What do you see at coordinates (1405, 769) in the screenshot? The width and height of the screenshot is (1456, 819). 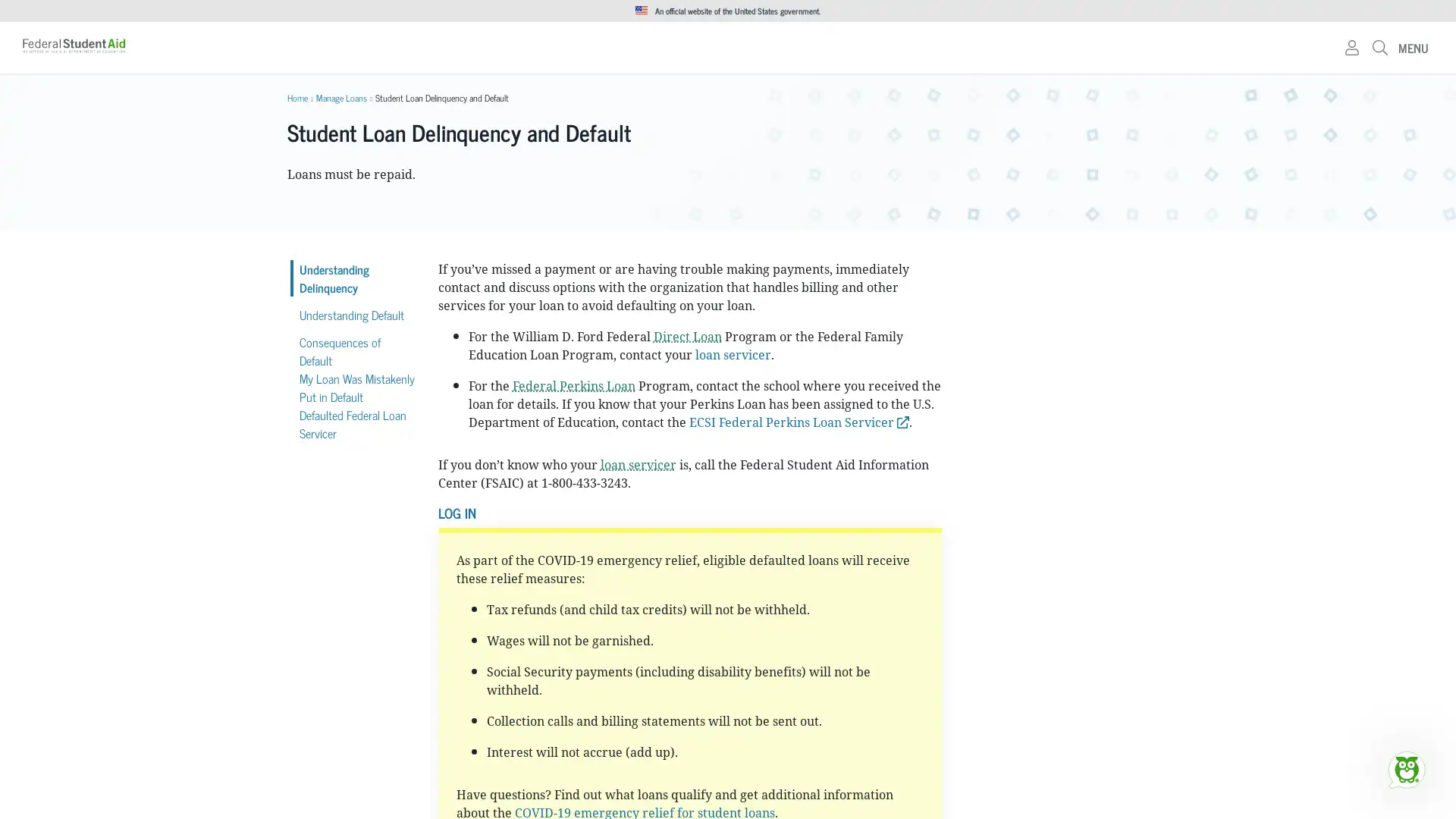 I see `Initiate Chat` at bounding box center [1405, 769].